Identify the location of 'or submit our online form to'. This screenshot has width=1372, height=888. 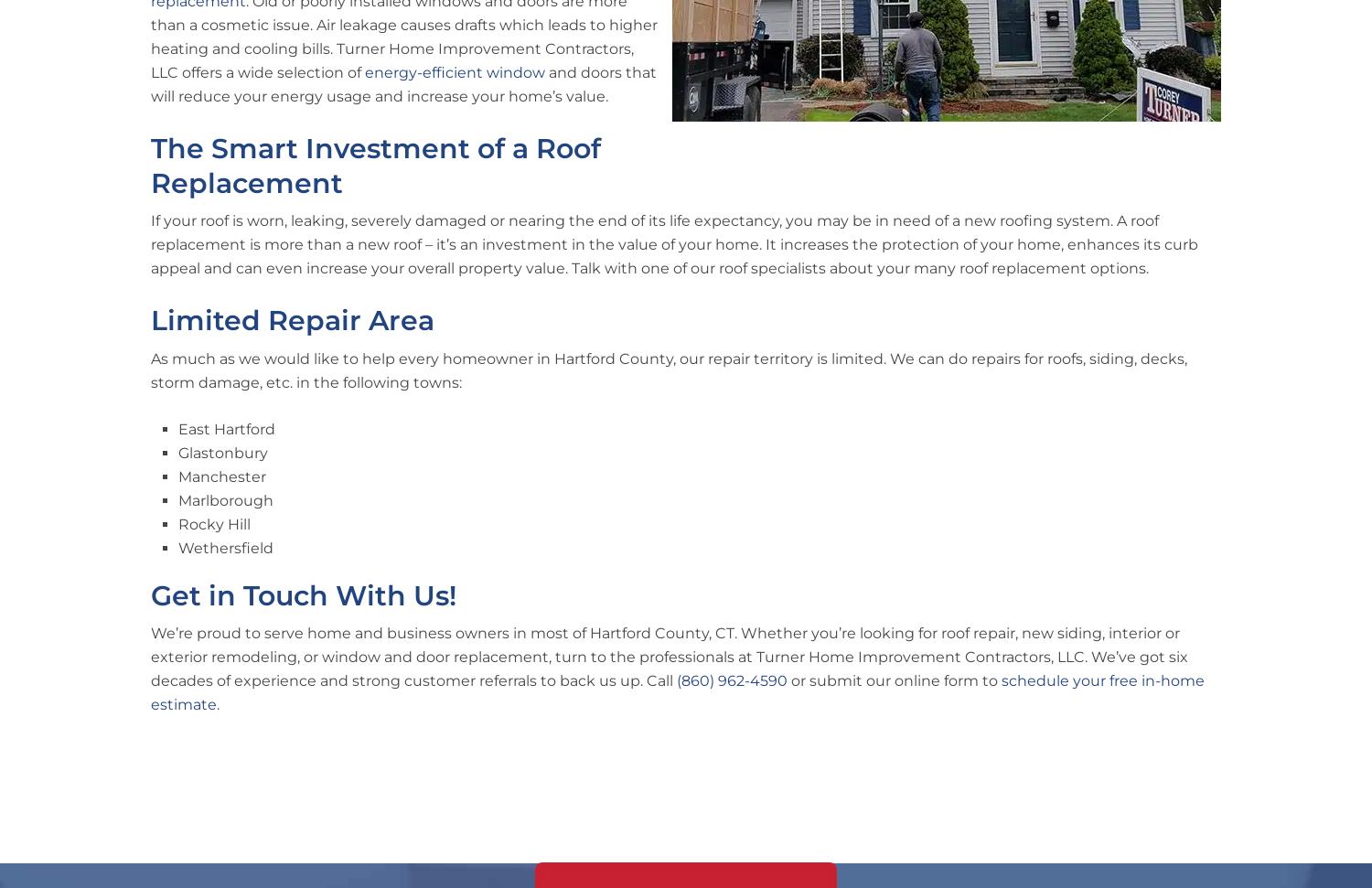
(894, 679).